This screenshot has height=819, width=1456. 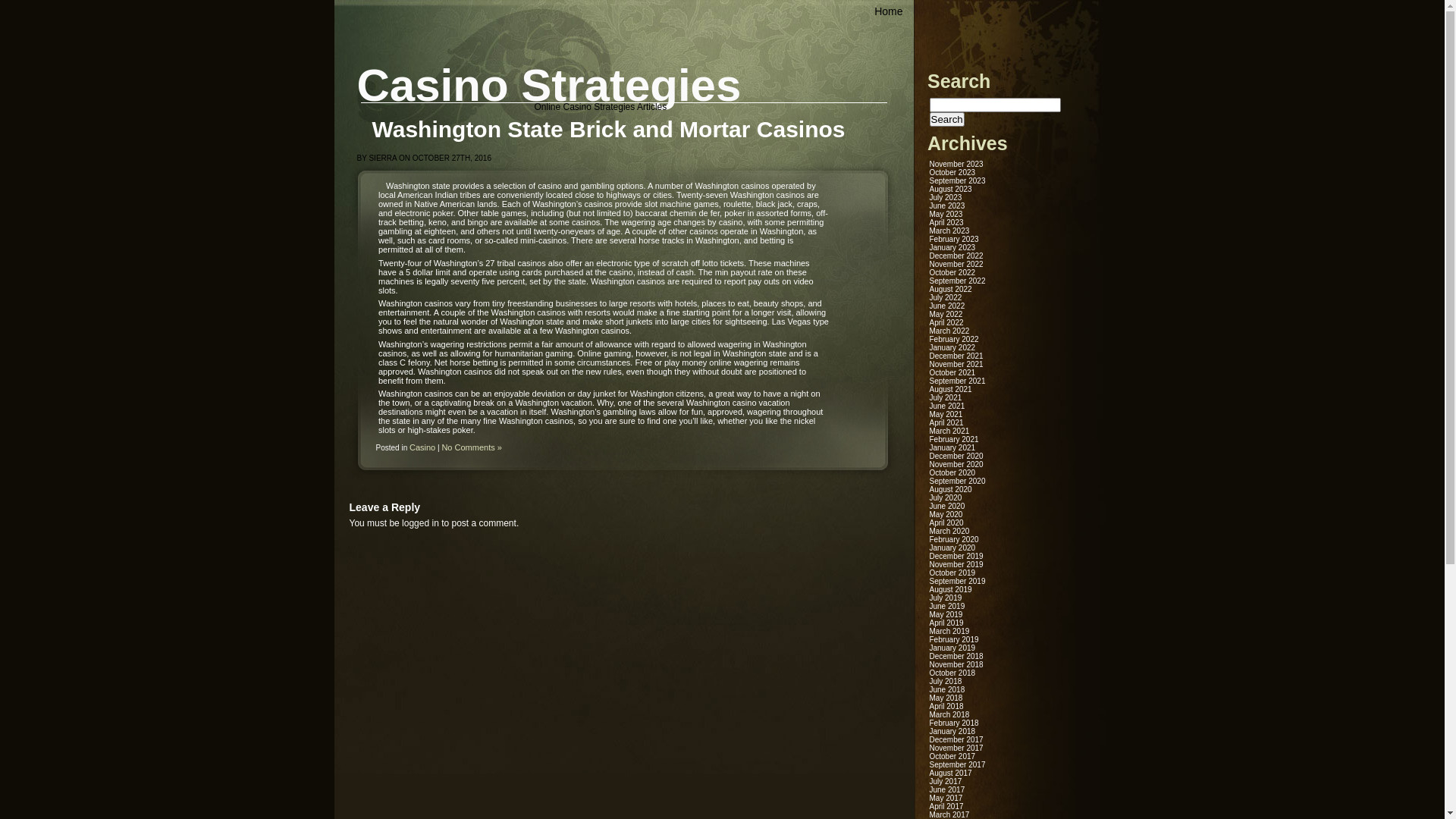 What do you see at coordinates (955, 564) in the screenshot?
I see `'November 2019'` at bounding box center [955, 564].